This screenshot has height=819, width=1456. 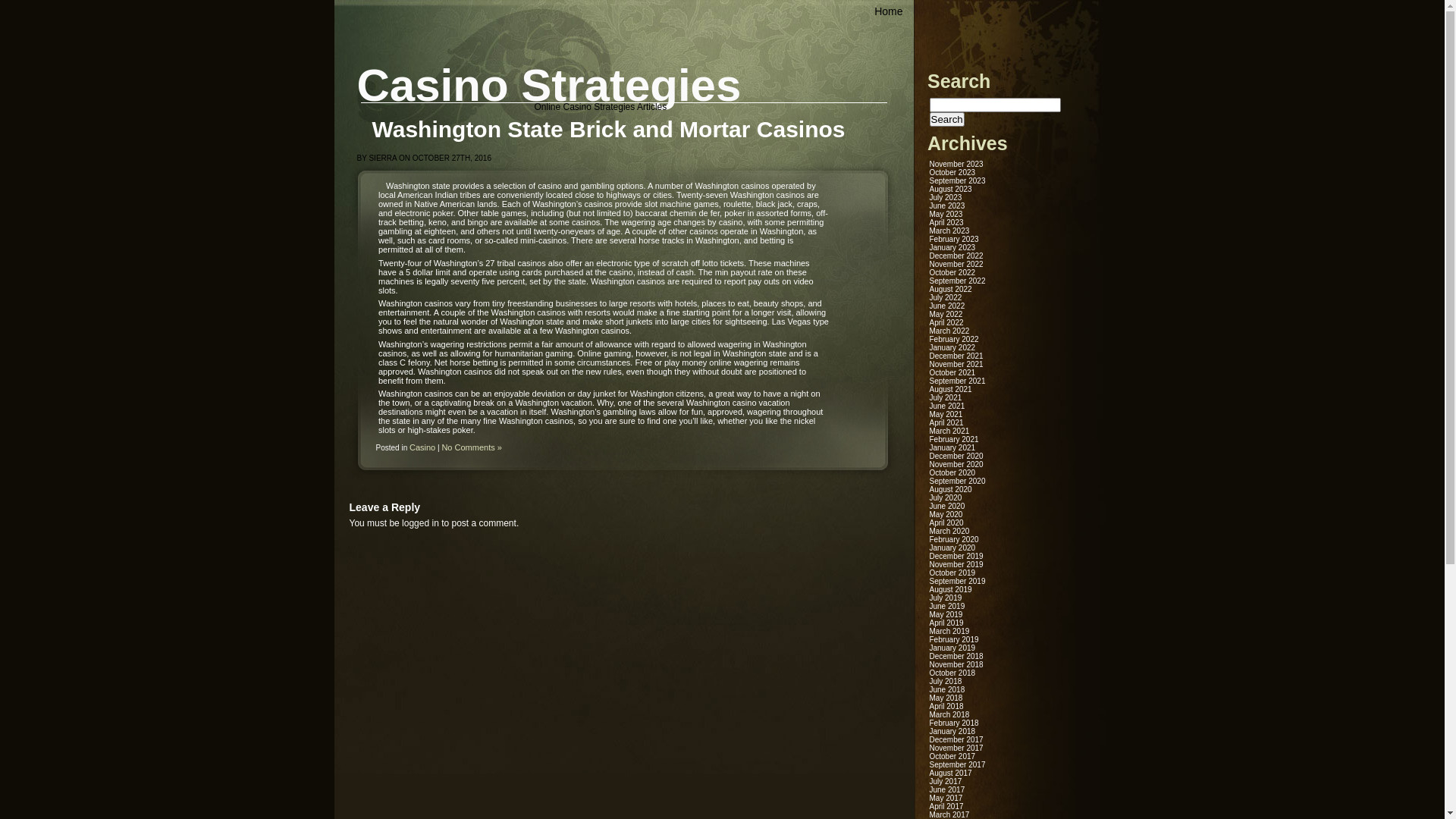 What do you see at coordinates (955, 564) in the screenshot?
I see `'November 2019'` at bounding box center [955, 564].